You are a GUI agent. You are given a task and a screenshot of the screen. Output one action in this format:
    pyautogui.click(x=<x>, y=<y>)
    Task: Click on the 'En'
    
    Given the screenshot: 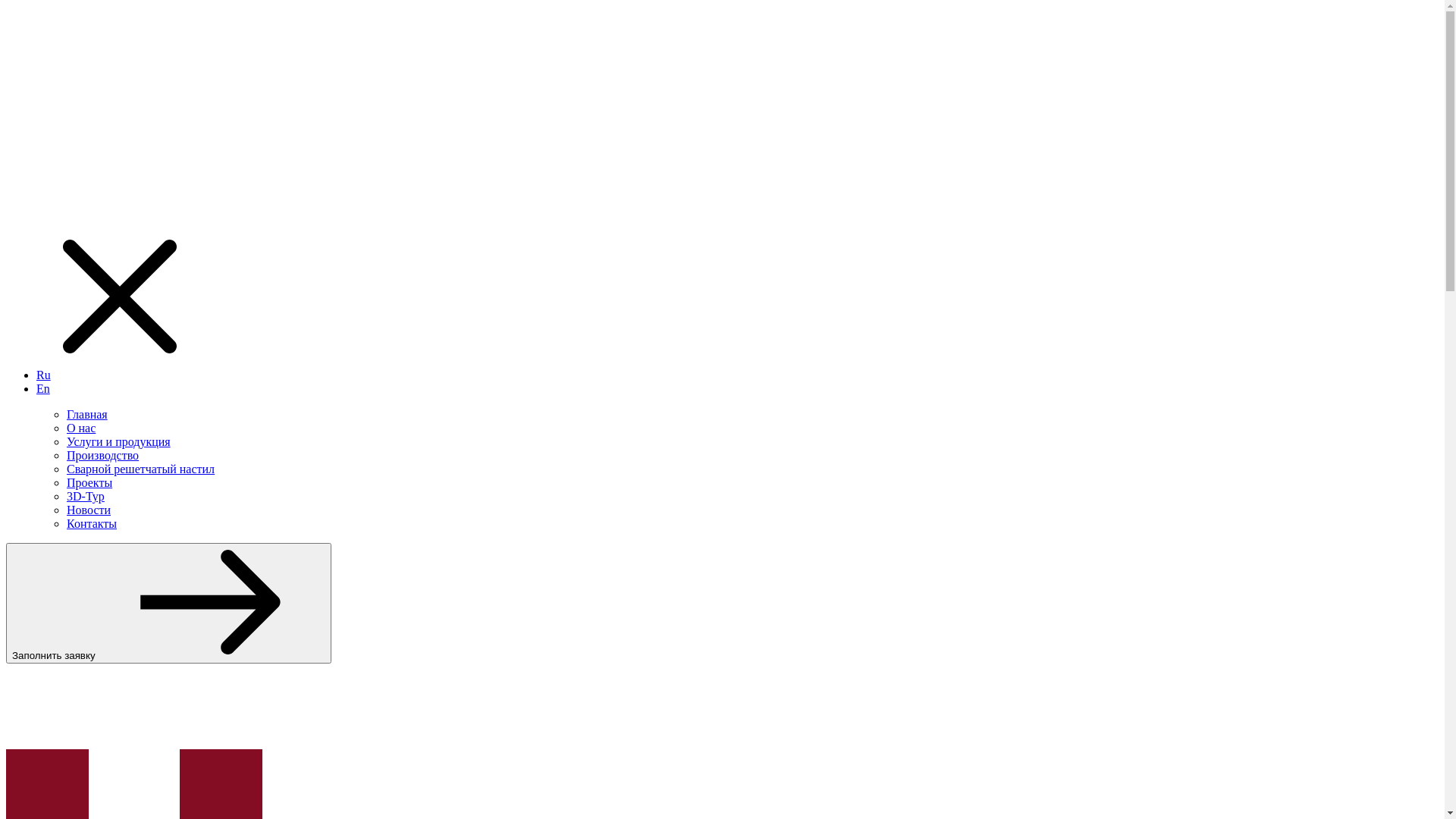 What is the action you would take?
    pyautogui.click(x=36, y=388)
    